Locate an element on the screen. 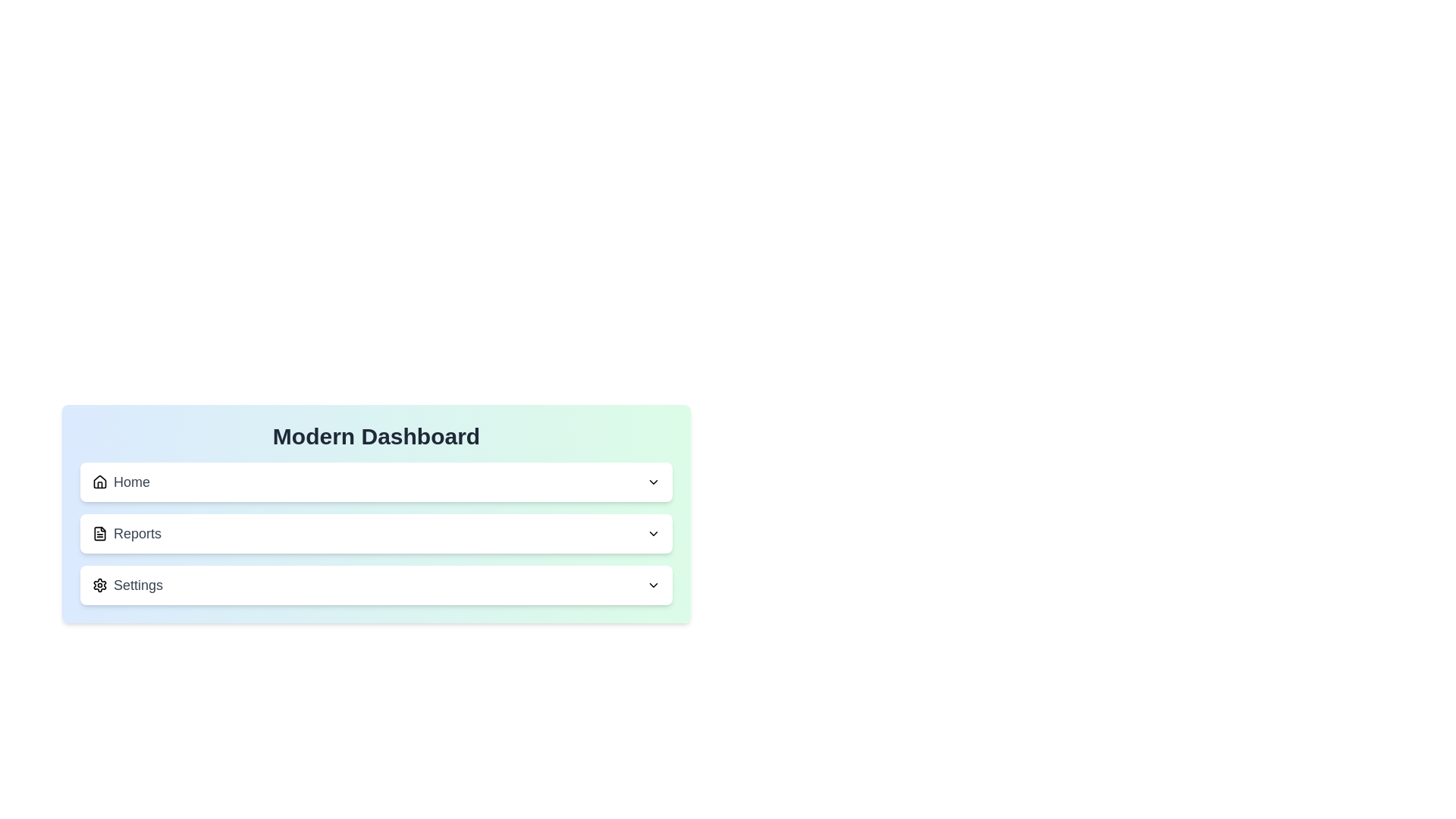  the 'Home' button with a house icon is located at coordinates (120, 482).